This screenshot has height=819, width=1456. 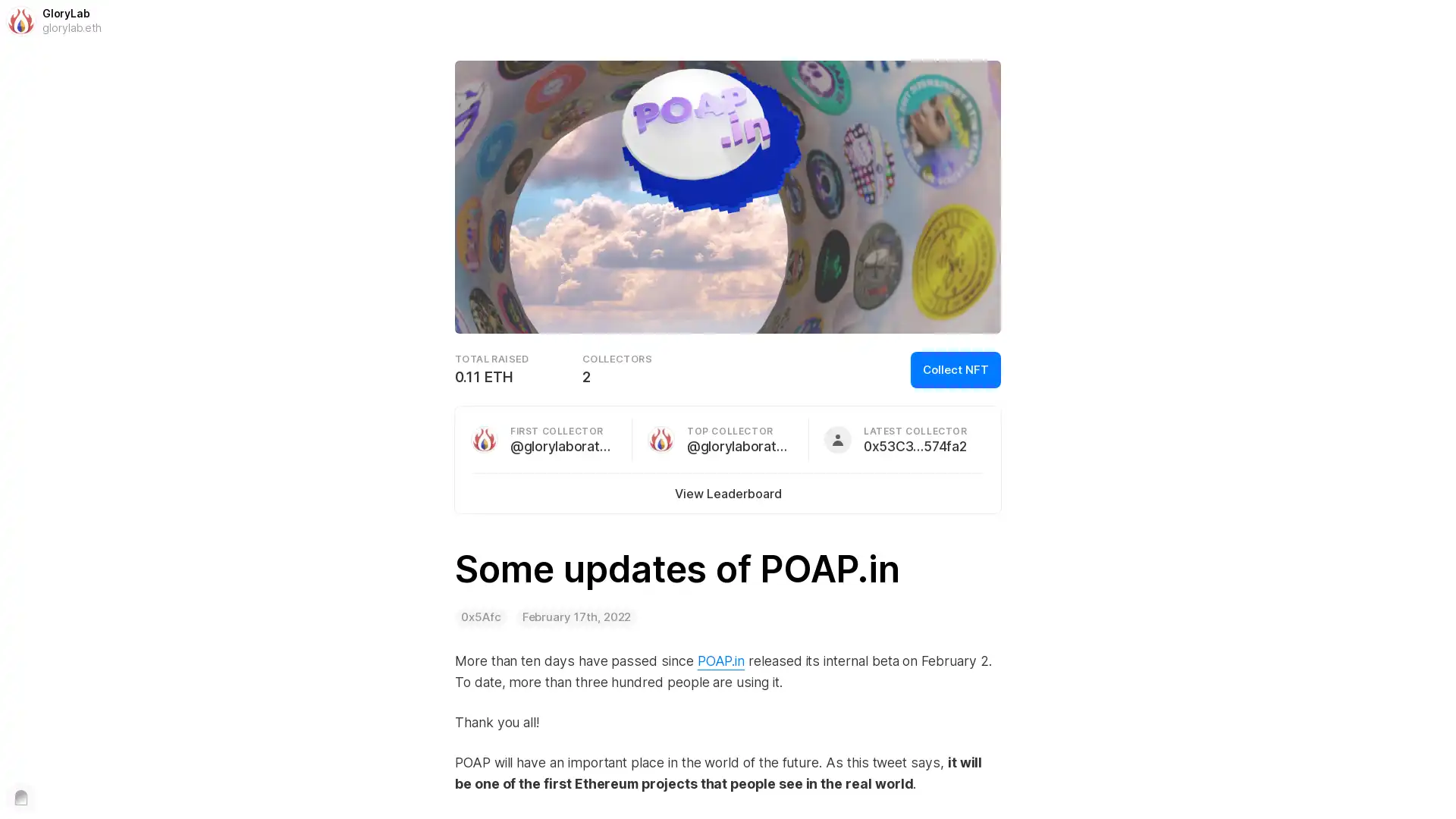 What do you see at coordinates (955, 370) in the screenshot?
I see `Collect NFT` at bounding box center [955, 370].